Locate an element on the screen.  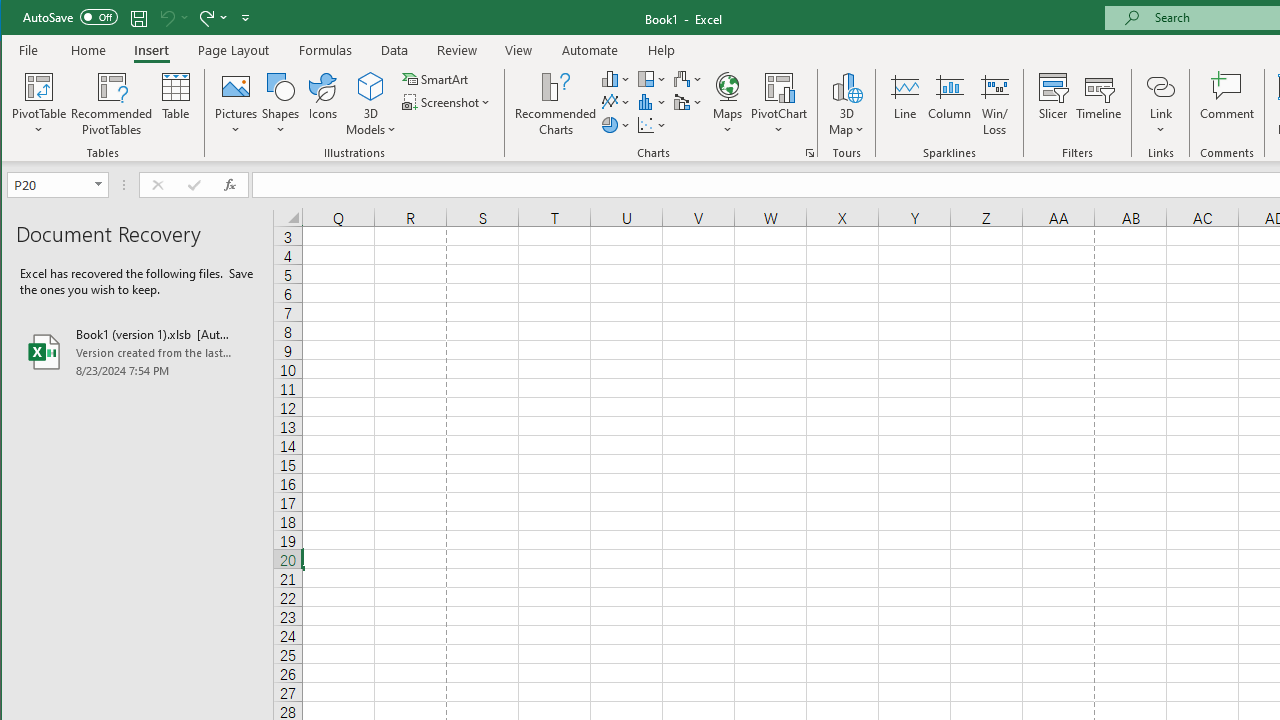
'Insert Scatter (X, Y) or Bubble Chart' is located at coordinates (652, 125).